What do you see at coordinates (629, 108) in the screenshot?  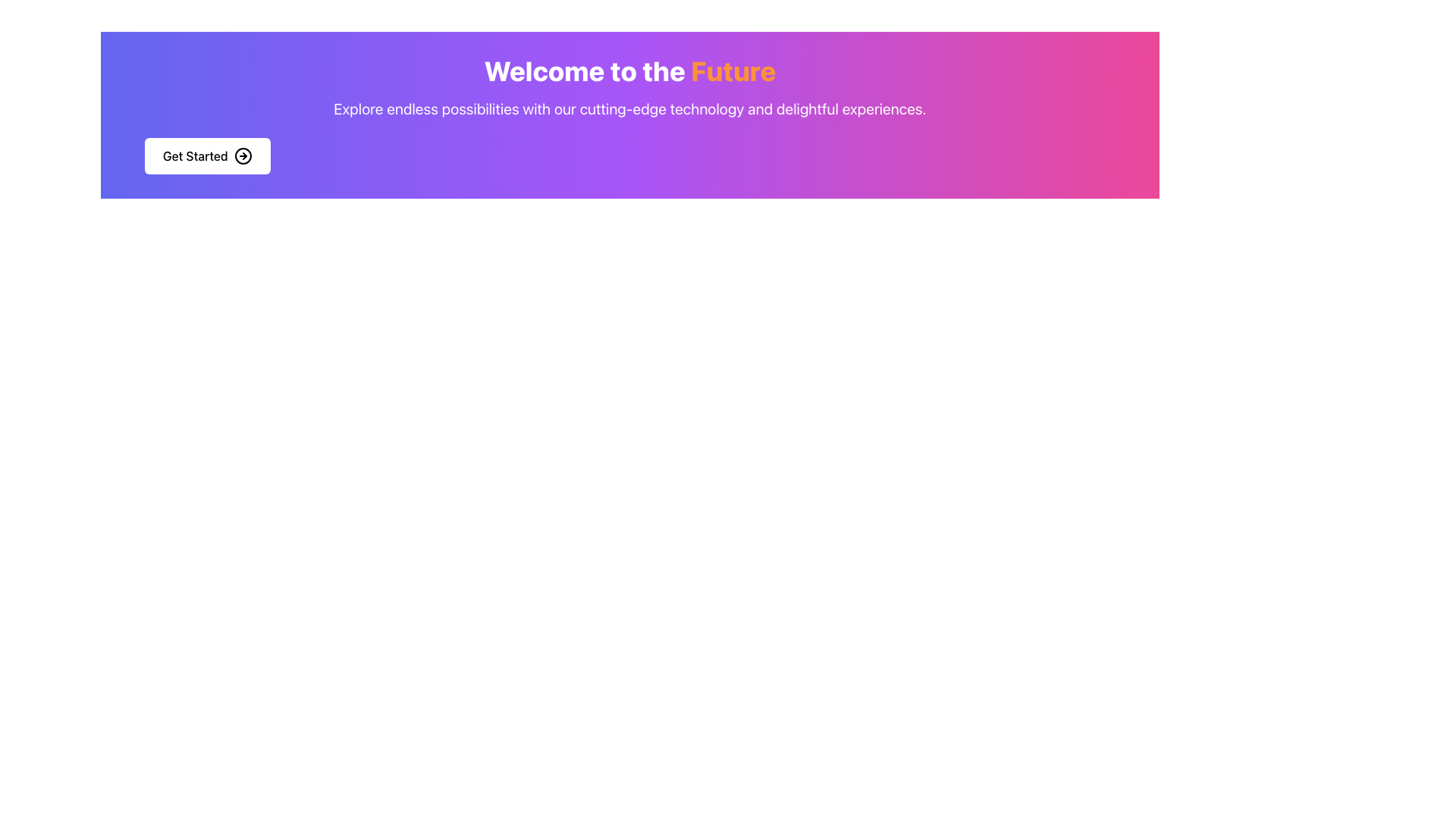 I see `static text element that contains the message 'Explore endless possibilities with our cutting-edge technology and delightful experiences.' located below the heading 'Welcome to the Future' and above the 'Get Started' button` at bounding box center [629, 108].